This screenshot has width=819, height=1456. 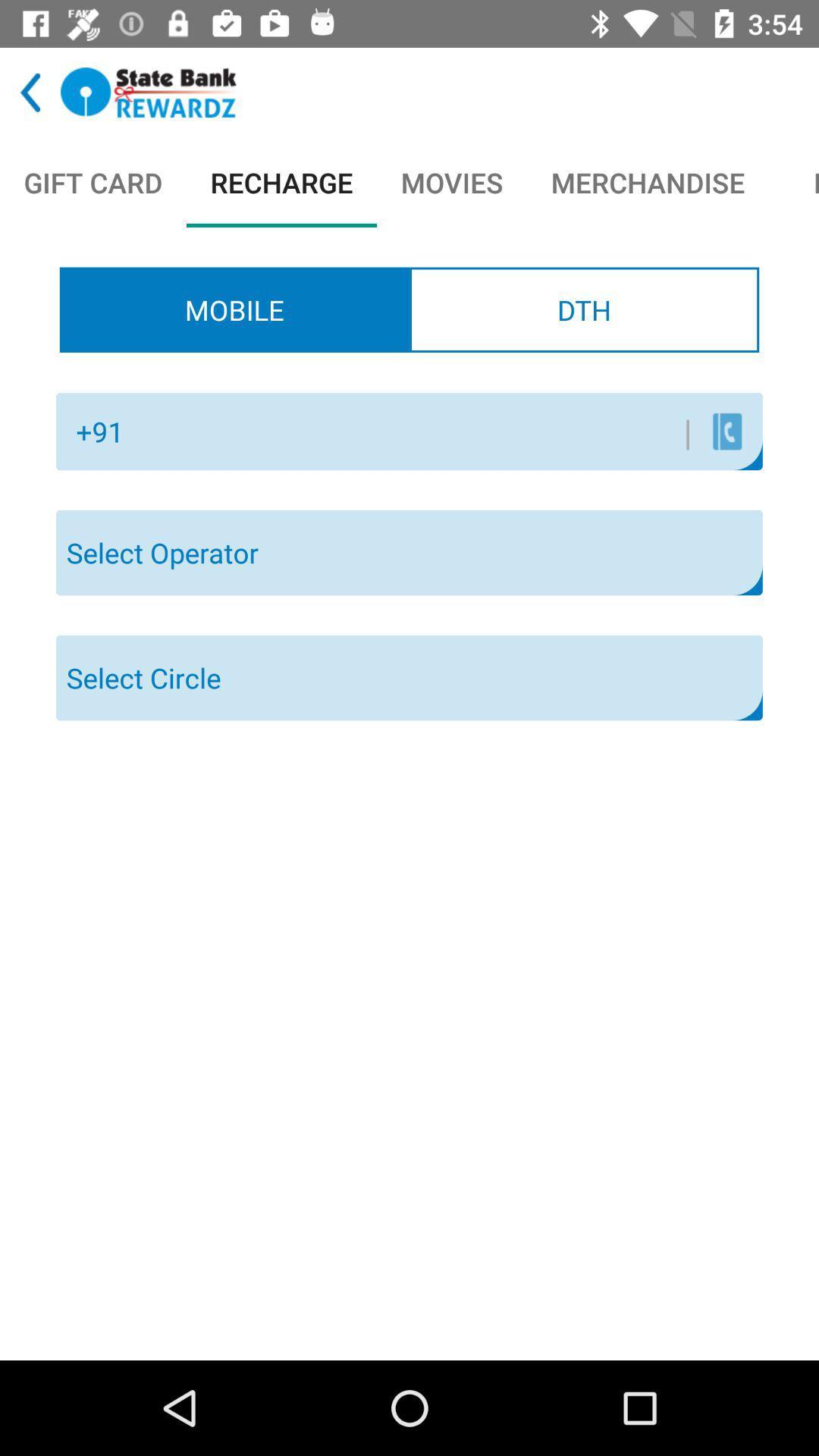 I want to click on icon to the right of mobile item, so click(x=583, y=309).